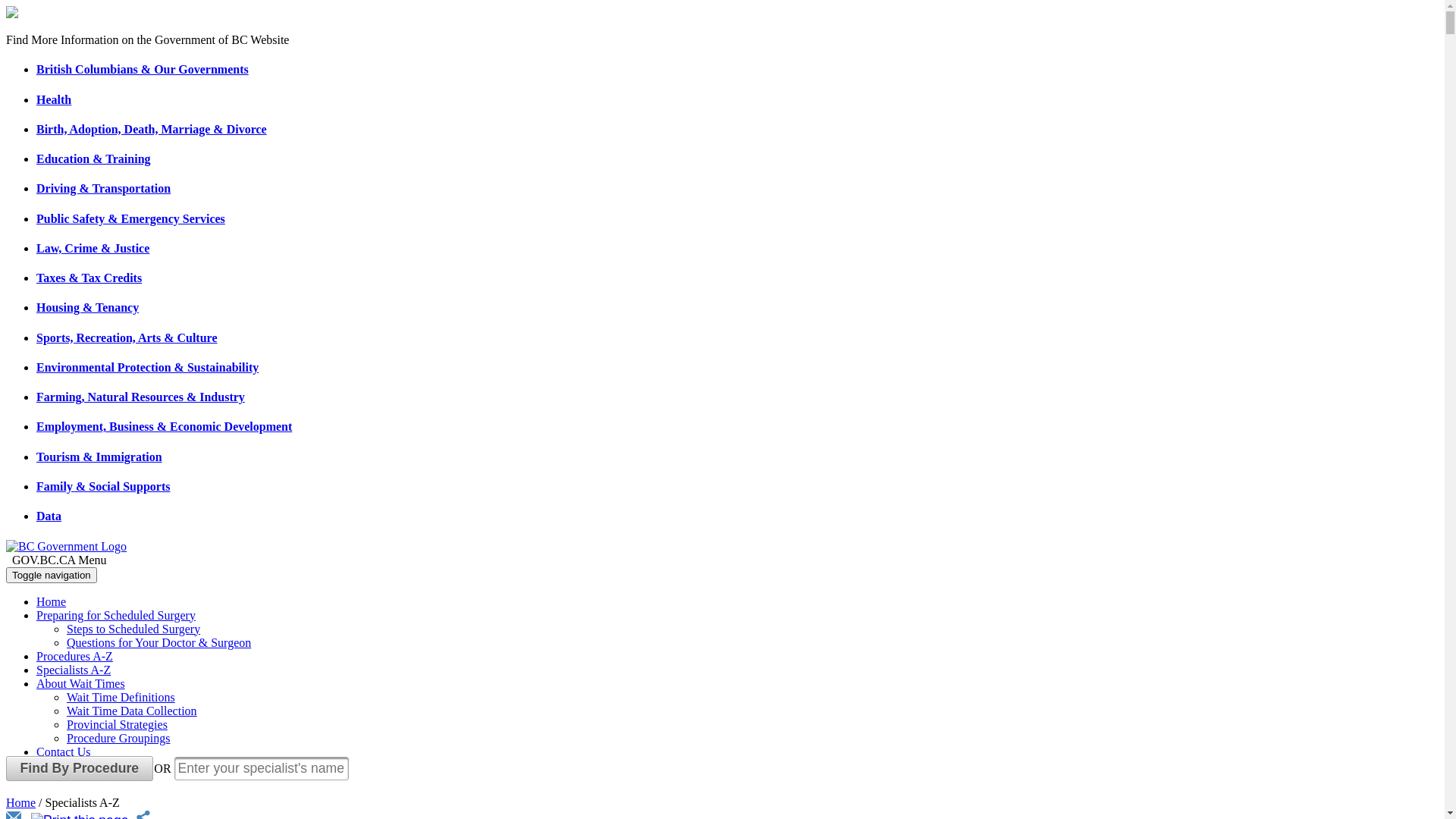 The width and height of the screenshot is (1456, 819). What do you see at coordinates (142, 69) in the screenshot?
I see `'British Columbians & Our Governments'` at bounding box center [142, 69].